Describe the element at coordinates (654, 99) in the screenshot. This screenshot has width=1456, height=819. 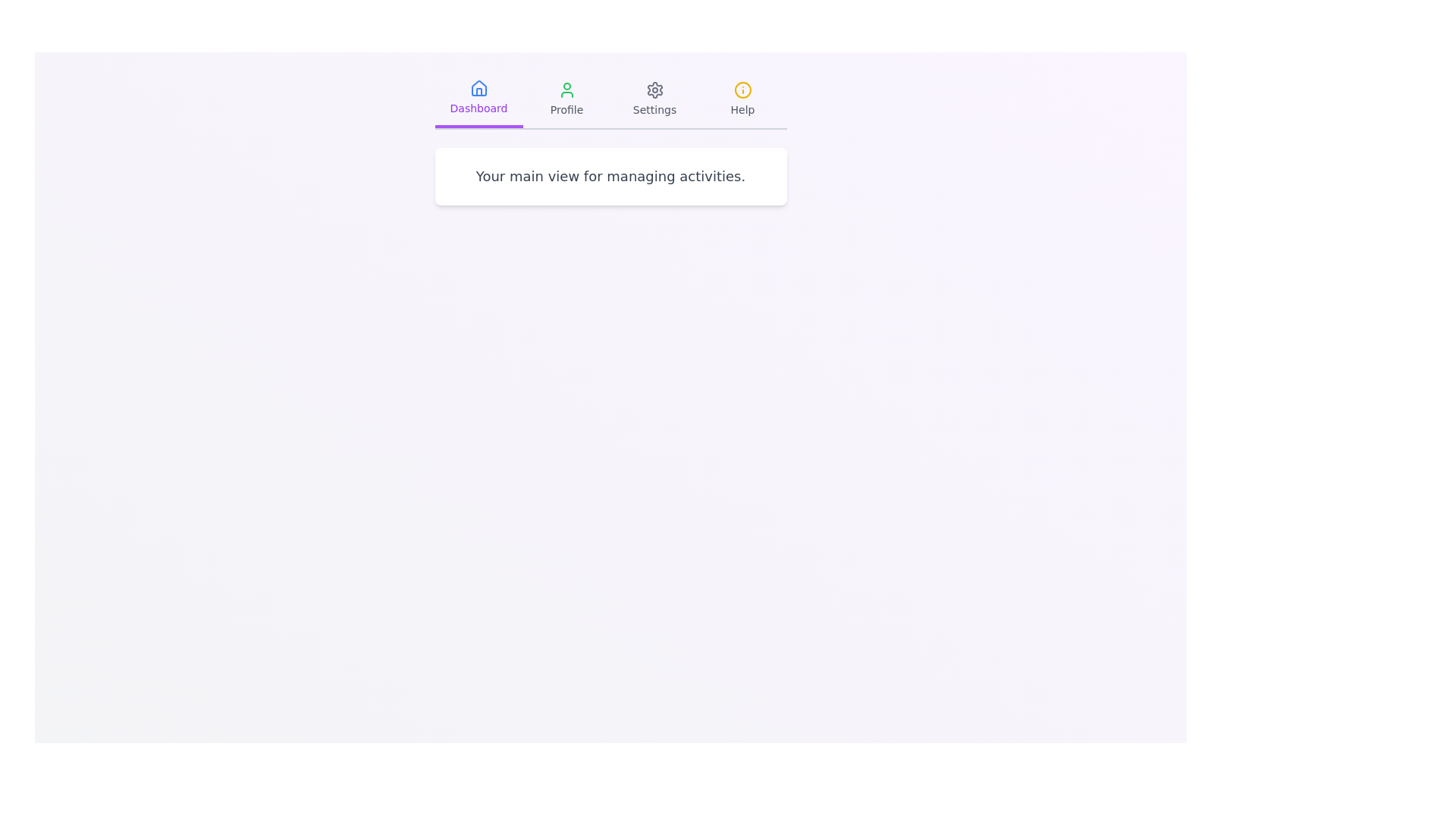
I see `the tab labeled Settings` at that location.